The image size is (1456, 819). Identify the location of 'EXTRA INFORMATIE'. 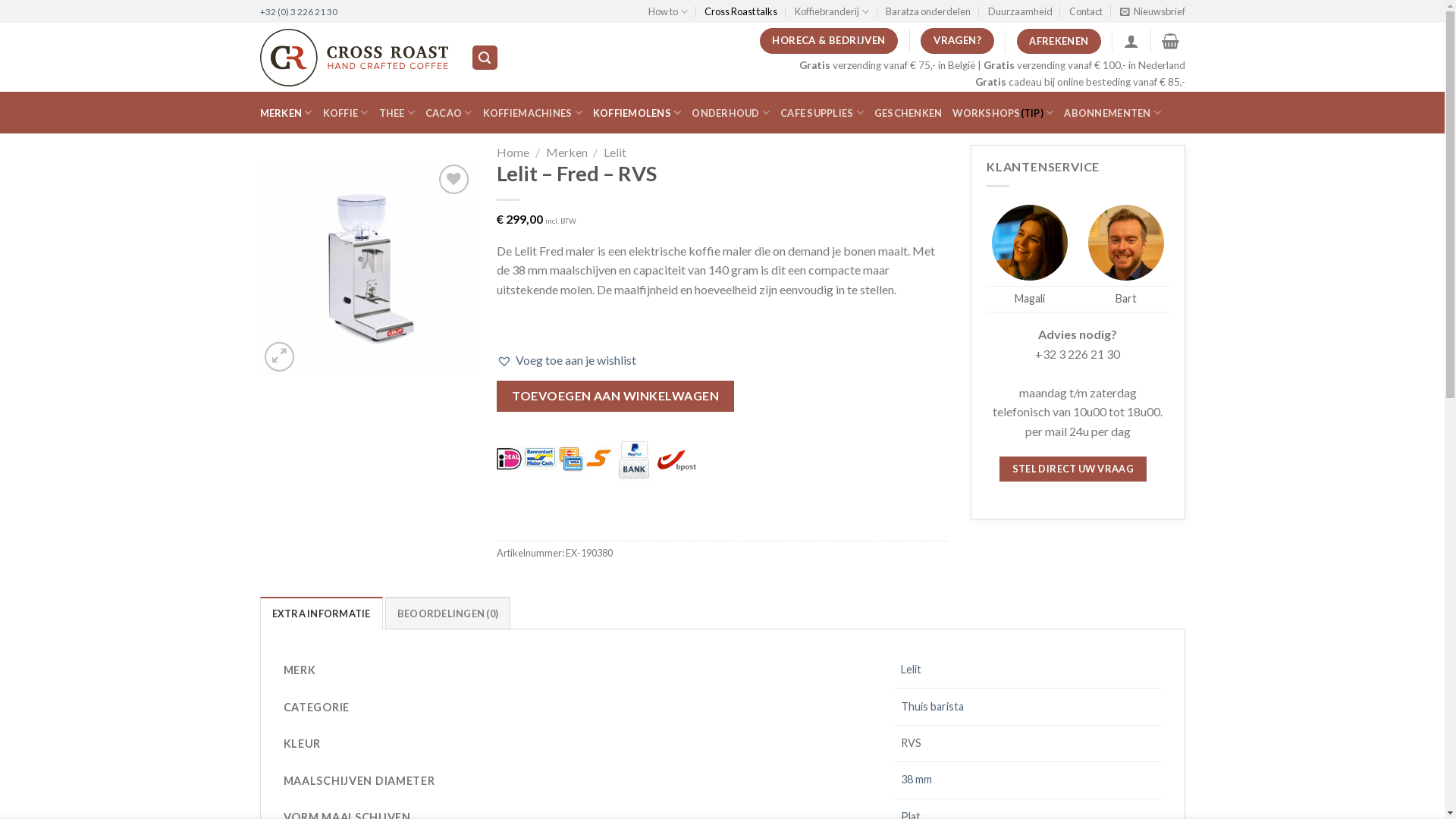
(319, 611).